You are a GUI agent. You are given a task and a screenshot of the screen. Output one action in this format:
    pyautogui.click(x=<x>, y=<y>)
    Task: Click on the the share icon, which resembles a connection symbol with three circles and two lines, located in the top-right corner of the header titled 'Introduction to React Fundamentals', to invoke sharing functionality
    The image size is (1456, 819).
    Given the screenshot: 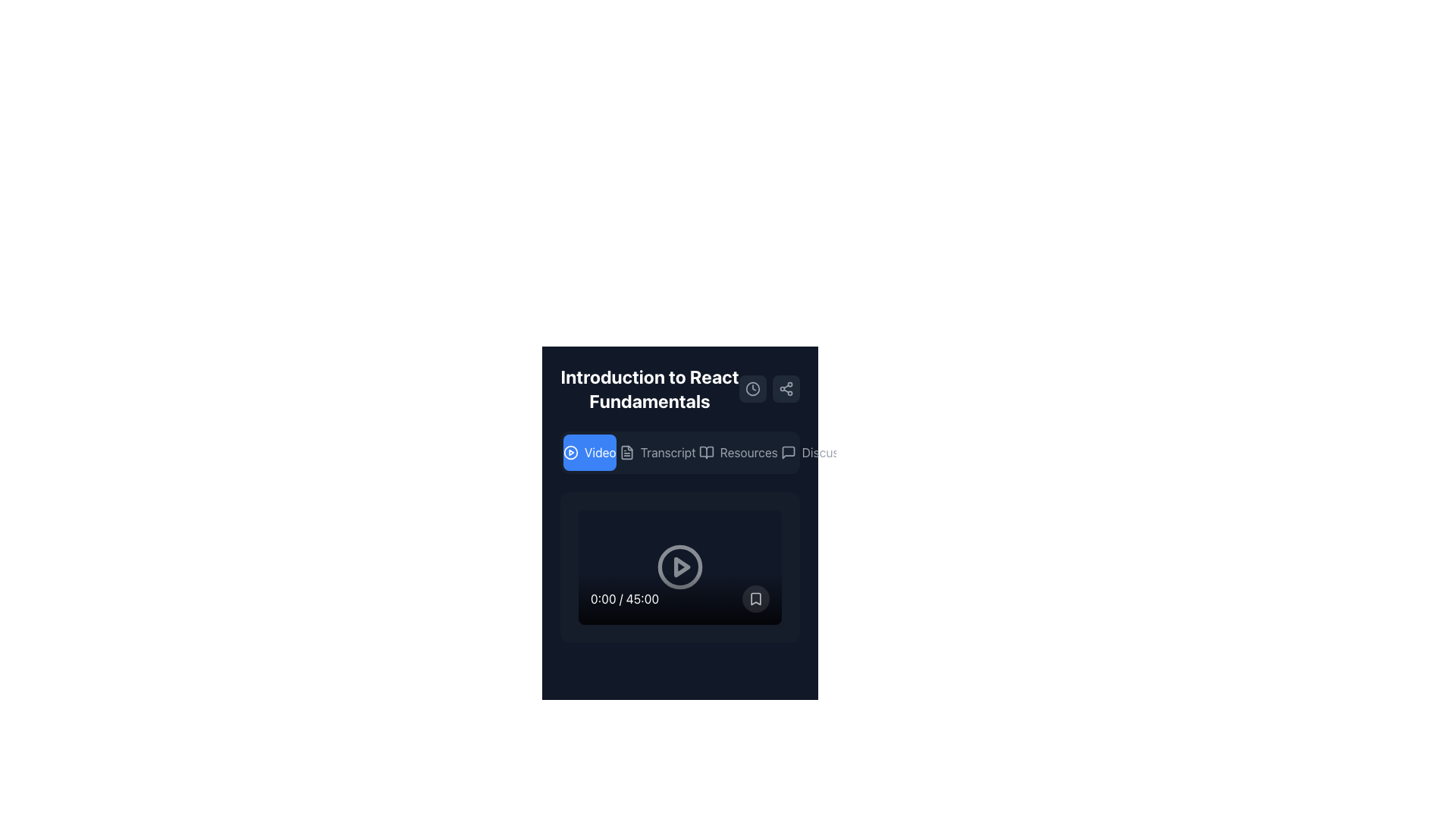 What is the action you would take?
    pyautogui.click(x=786, y=388)
    